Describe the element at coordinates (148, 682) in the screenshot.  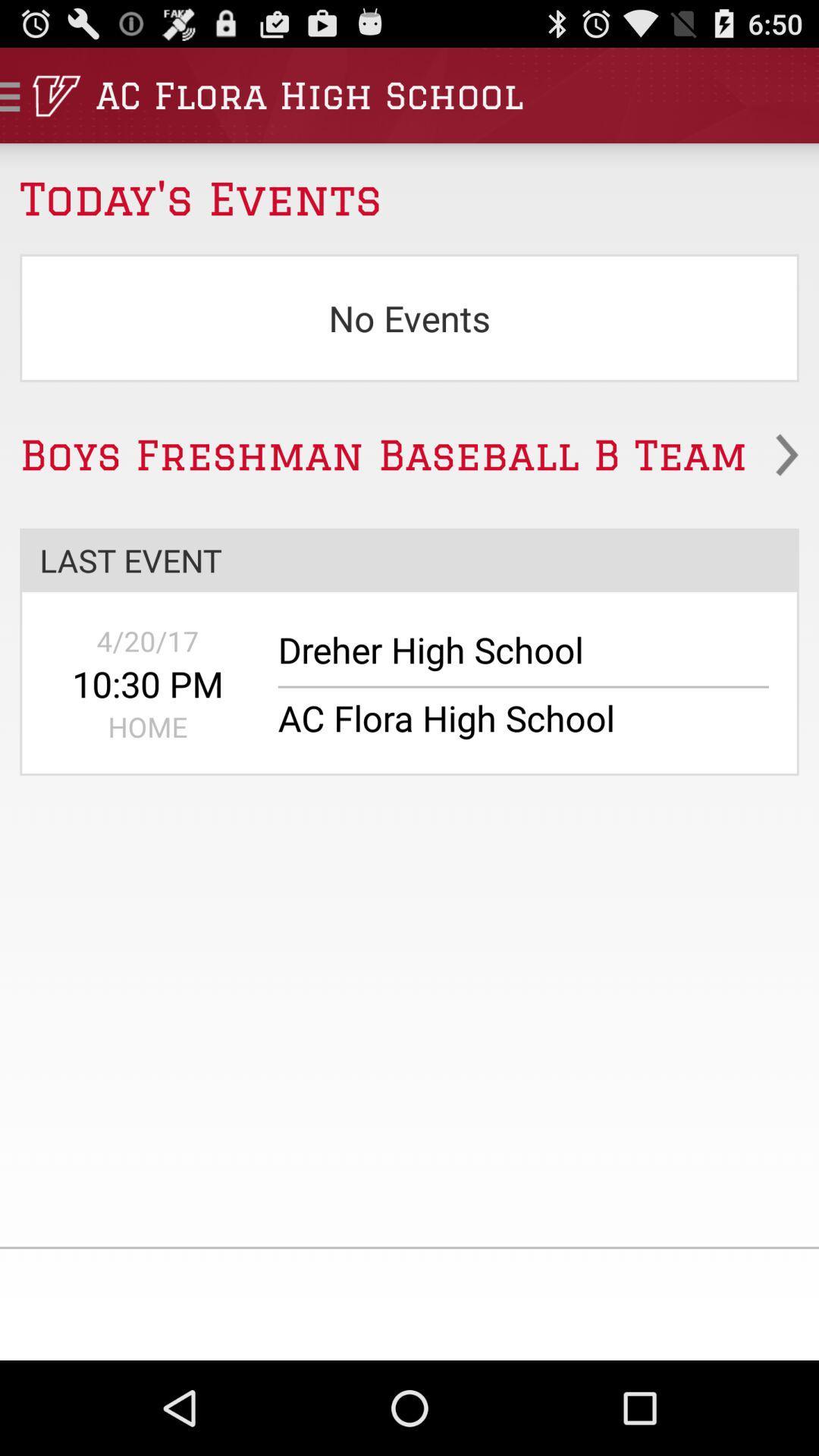
I see `app above the home app` at that location.